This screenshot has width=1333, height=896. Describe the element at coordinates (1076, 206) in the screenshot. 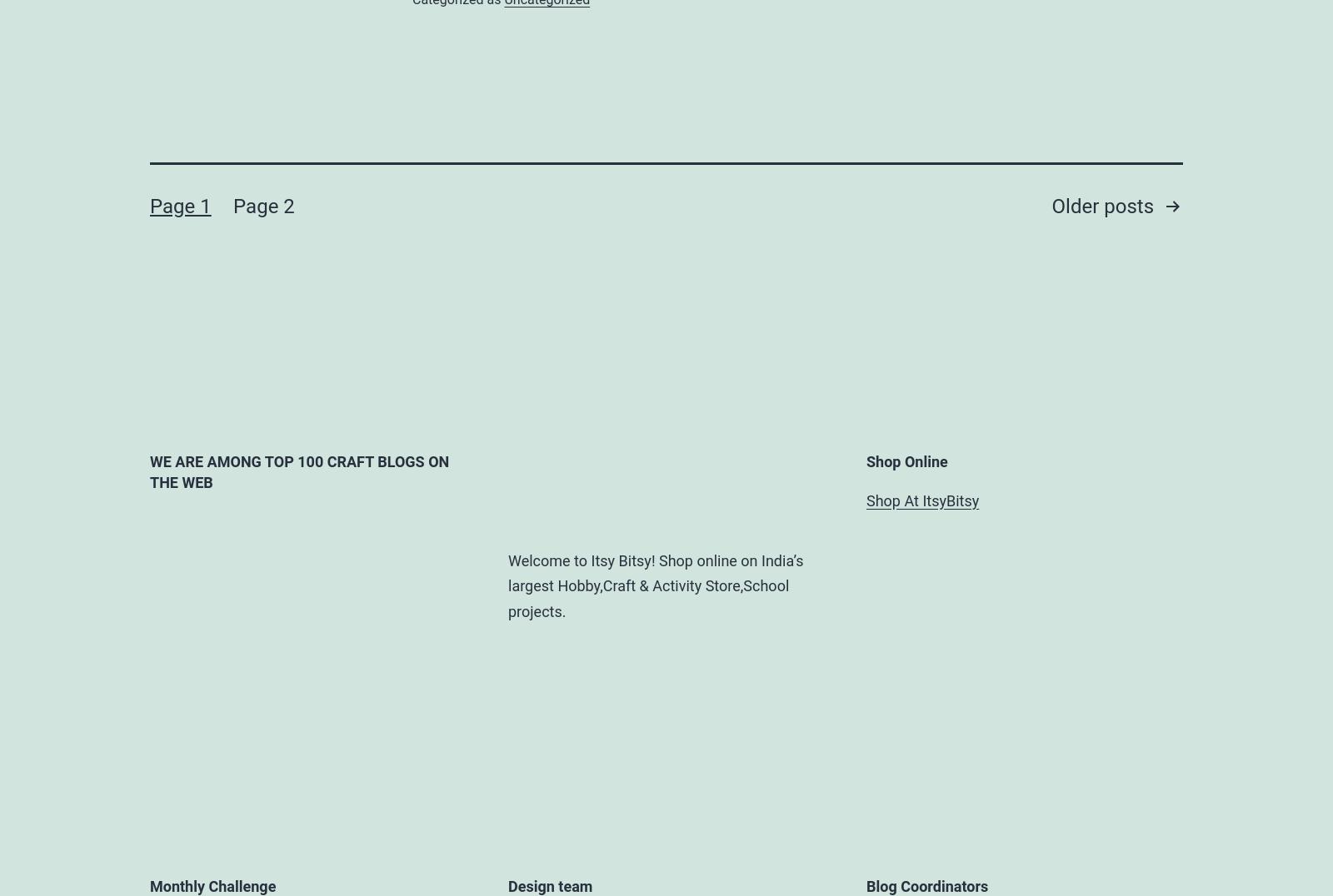

I see `'Older'` at that location.